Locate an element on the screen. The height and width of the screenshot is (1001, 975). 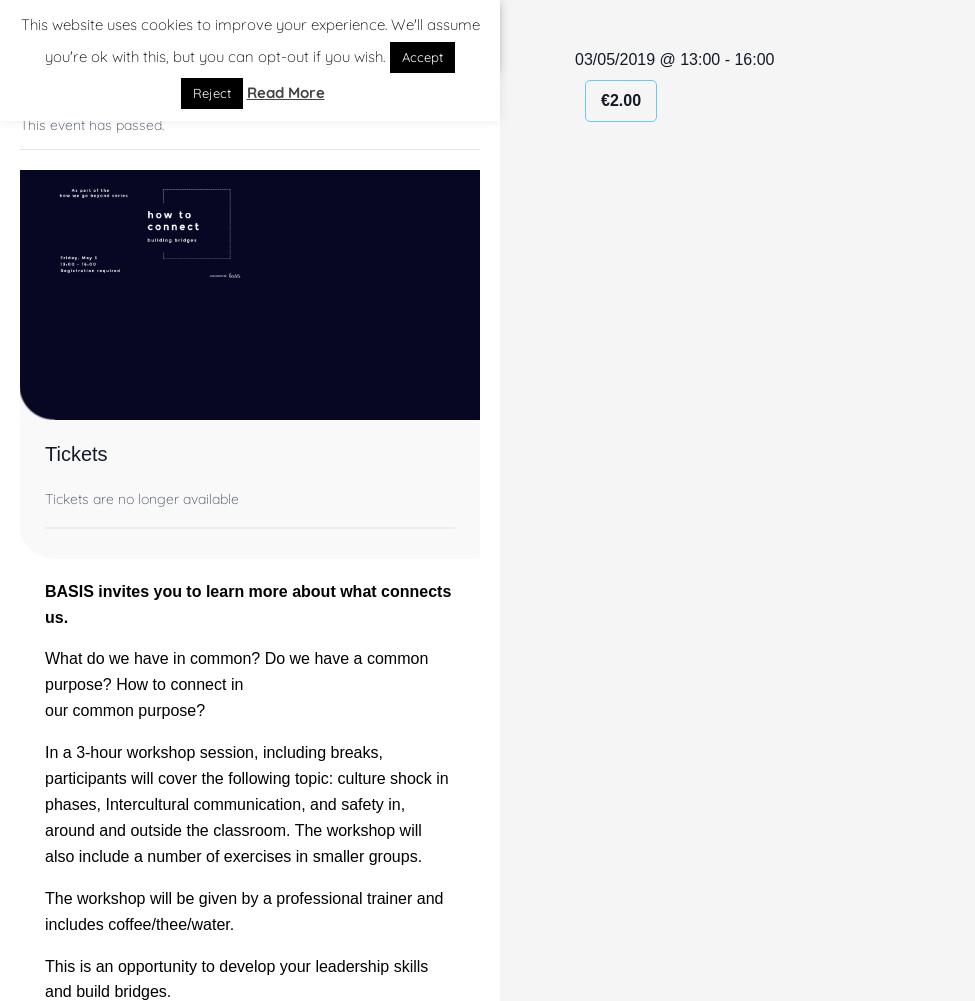
'What do we have in common? Do we have a common purpose? How to connect in' is located at coordinates (45, 670).